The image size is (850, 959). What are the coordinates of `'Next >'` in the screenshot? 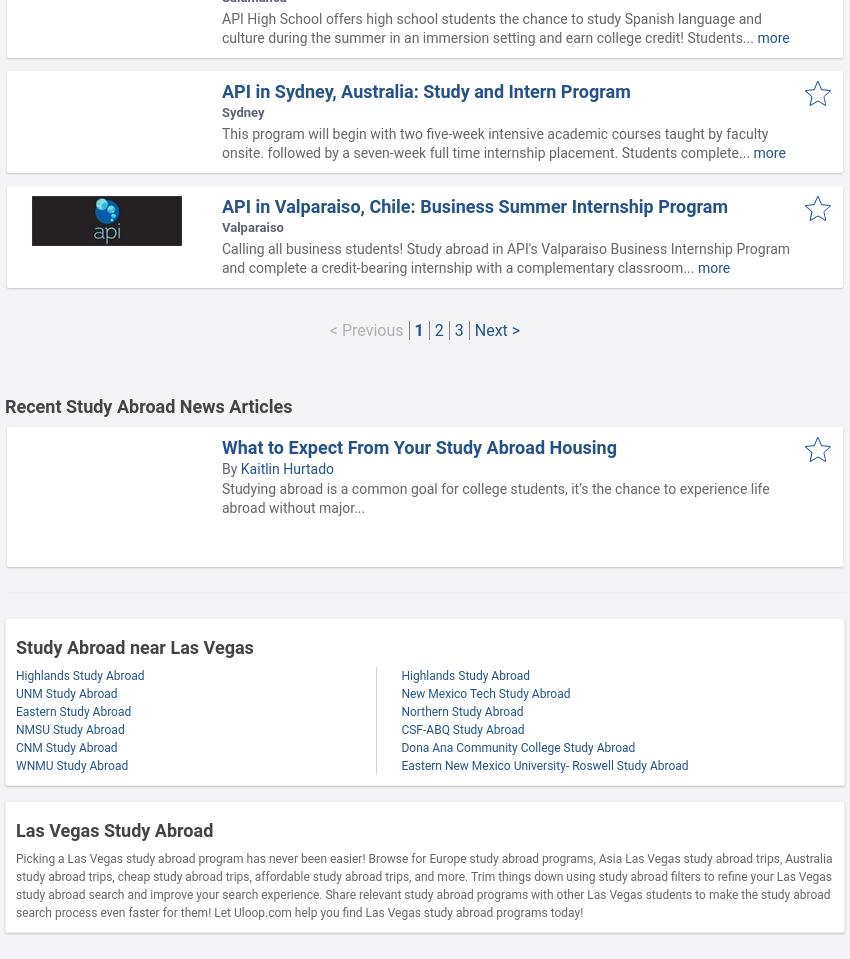 It's located at (496, 329).